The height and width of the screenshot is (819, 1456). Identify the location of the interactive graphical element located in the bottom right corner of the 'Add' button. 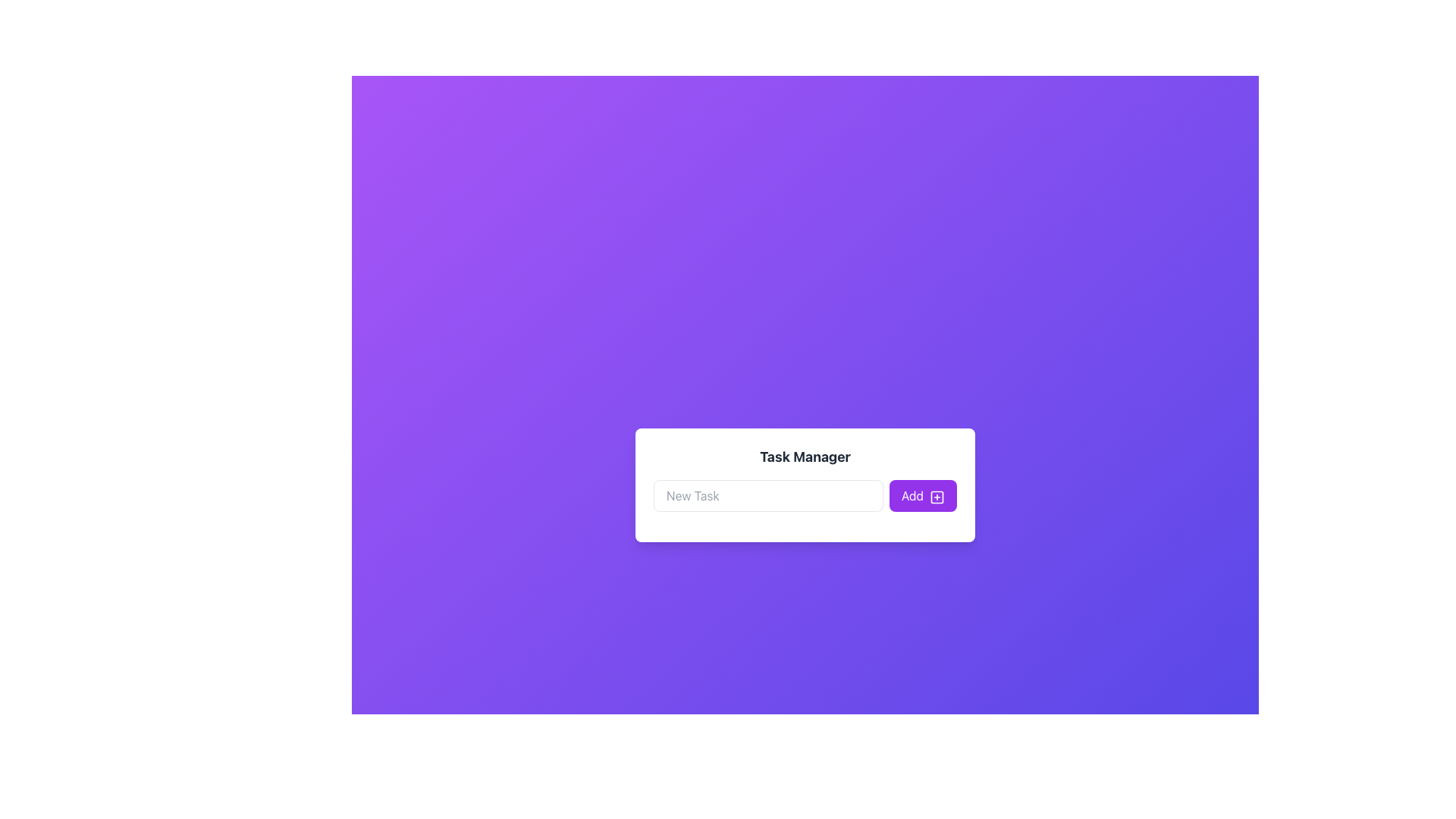
(937, 497).